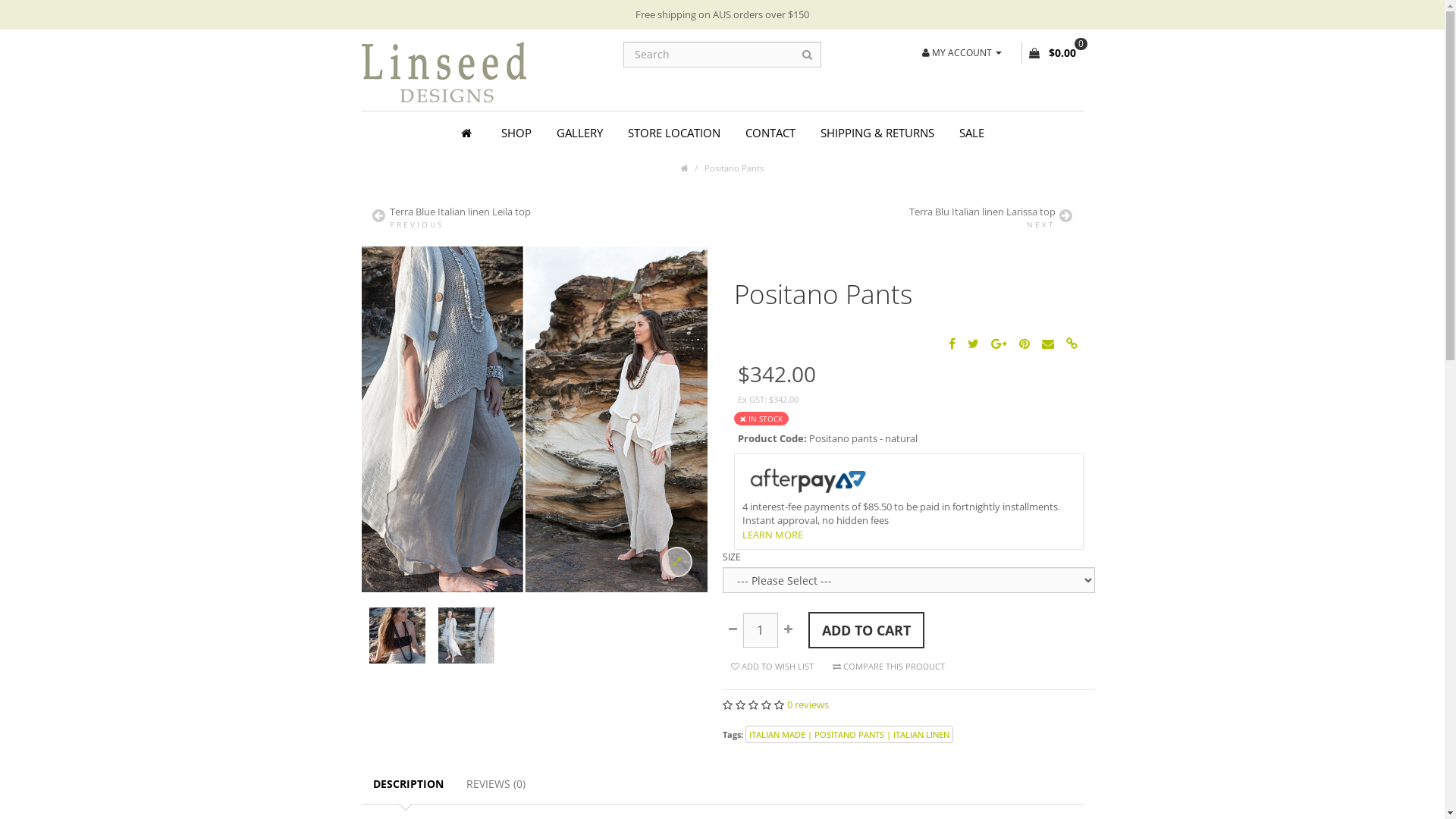 The height and width of the screenshot is (819, 1456). Describe the element at coordinates (786, 704) in the screenshot. I see `'0 reviews'` at that location.